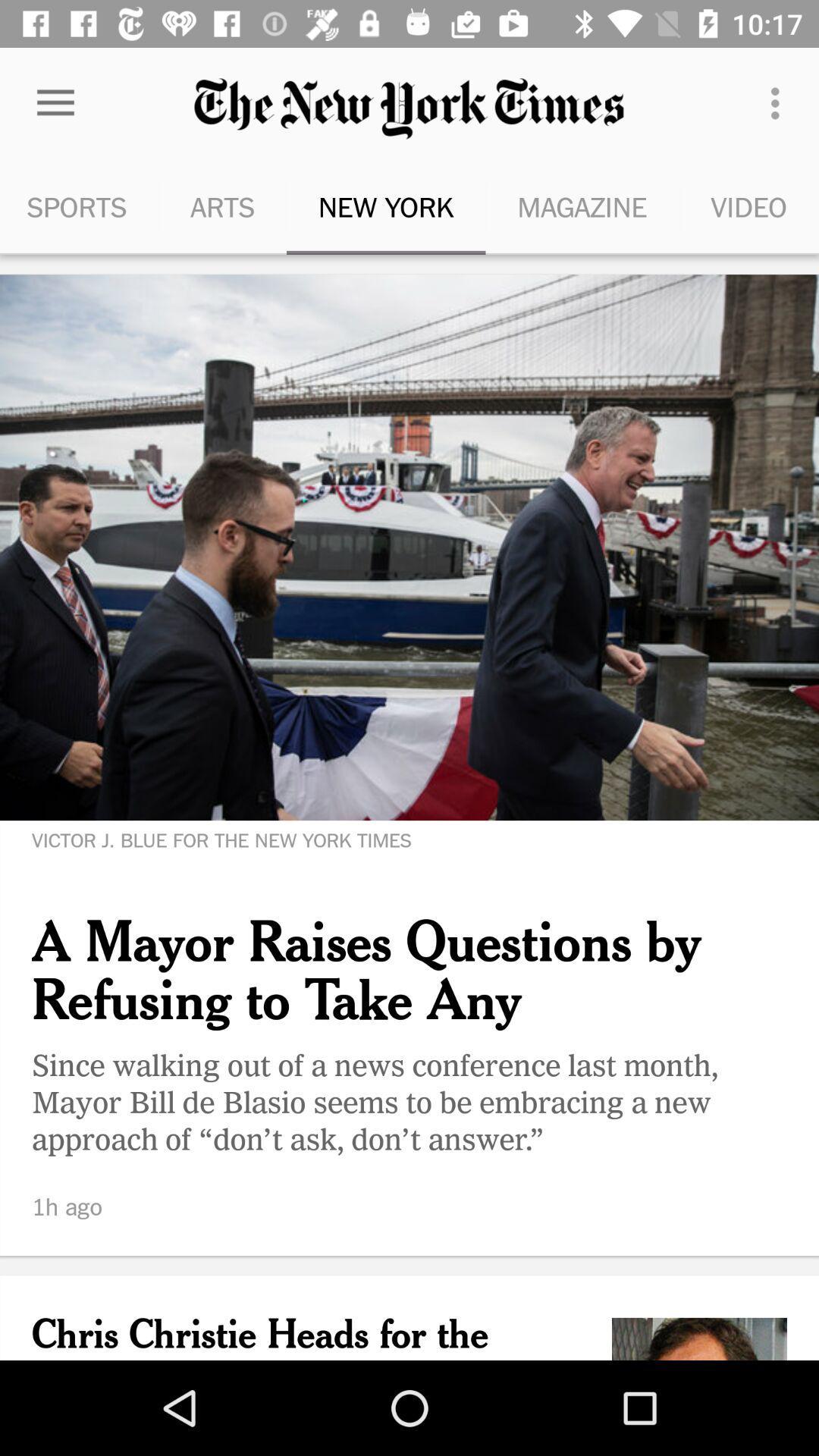 The image size is (819, 1456). Describe the element at coordinates (222, 206) in the screenshot. I see `item to the right of the sports` at that location.